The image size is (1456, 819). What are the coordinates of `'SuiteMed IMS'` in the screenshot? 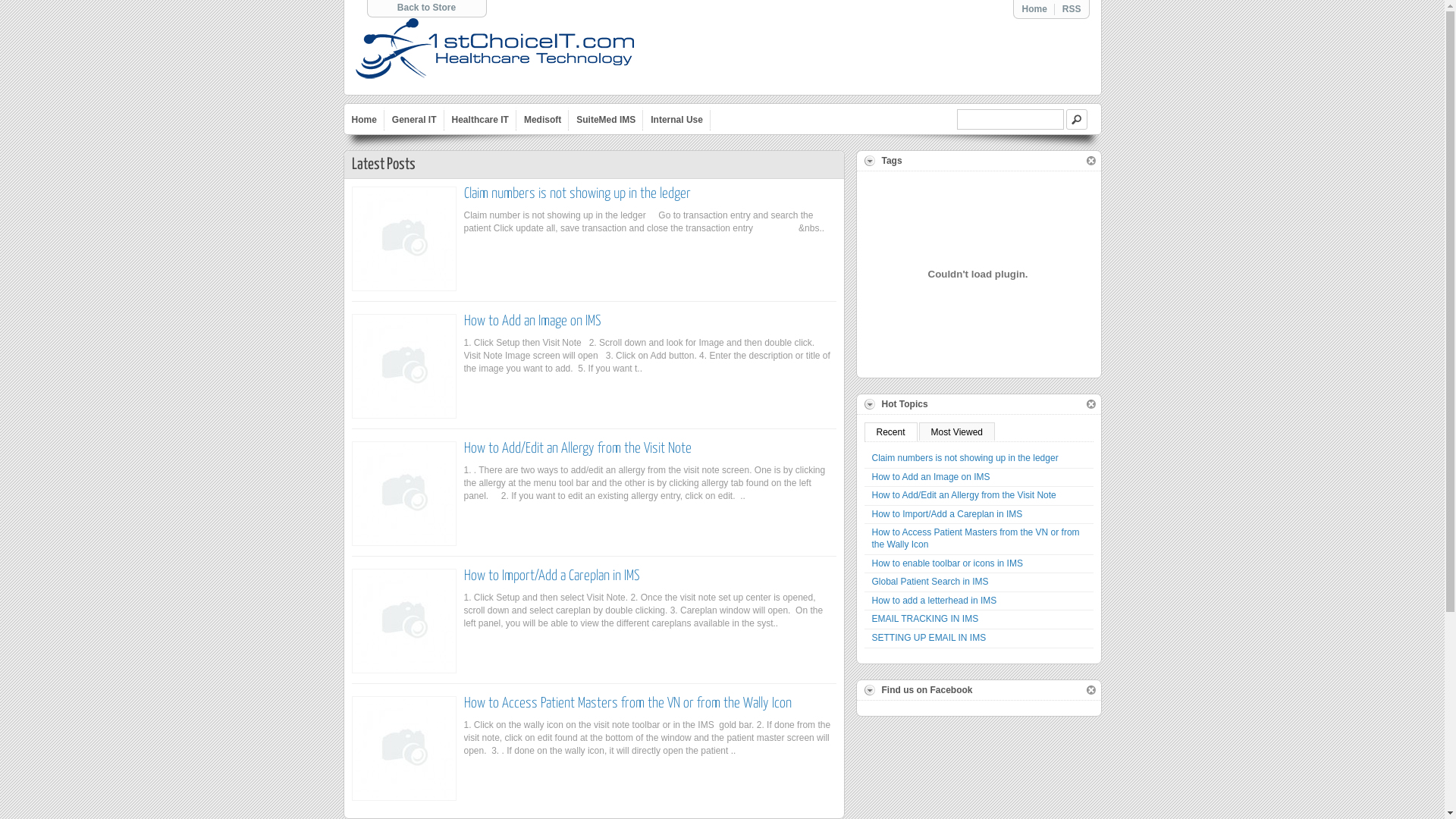 It's located at (604, 118).